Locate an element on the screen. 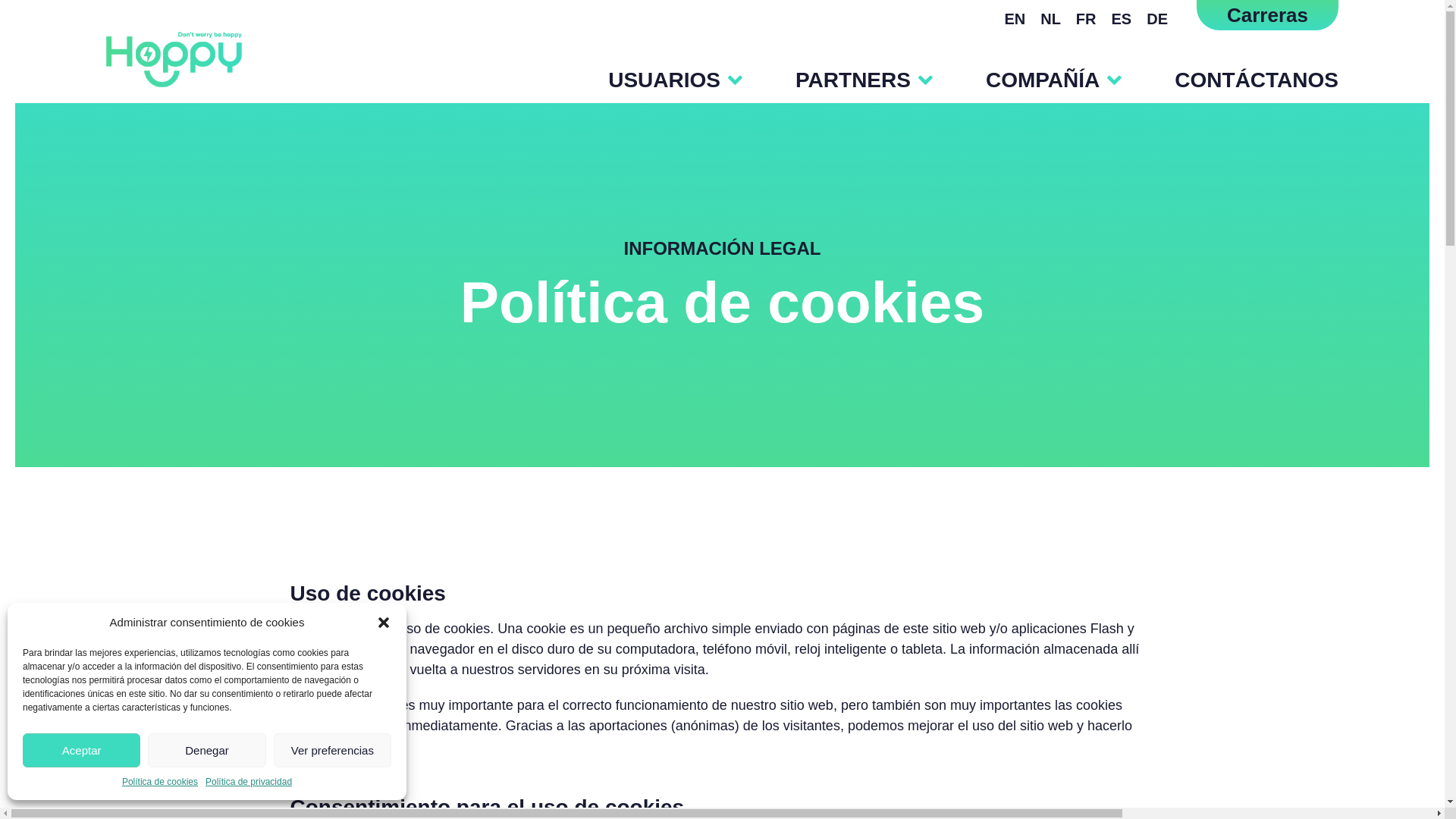 The image size is (1456, 819). 'ES' is located at coordinates (1122, 18).